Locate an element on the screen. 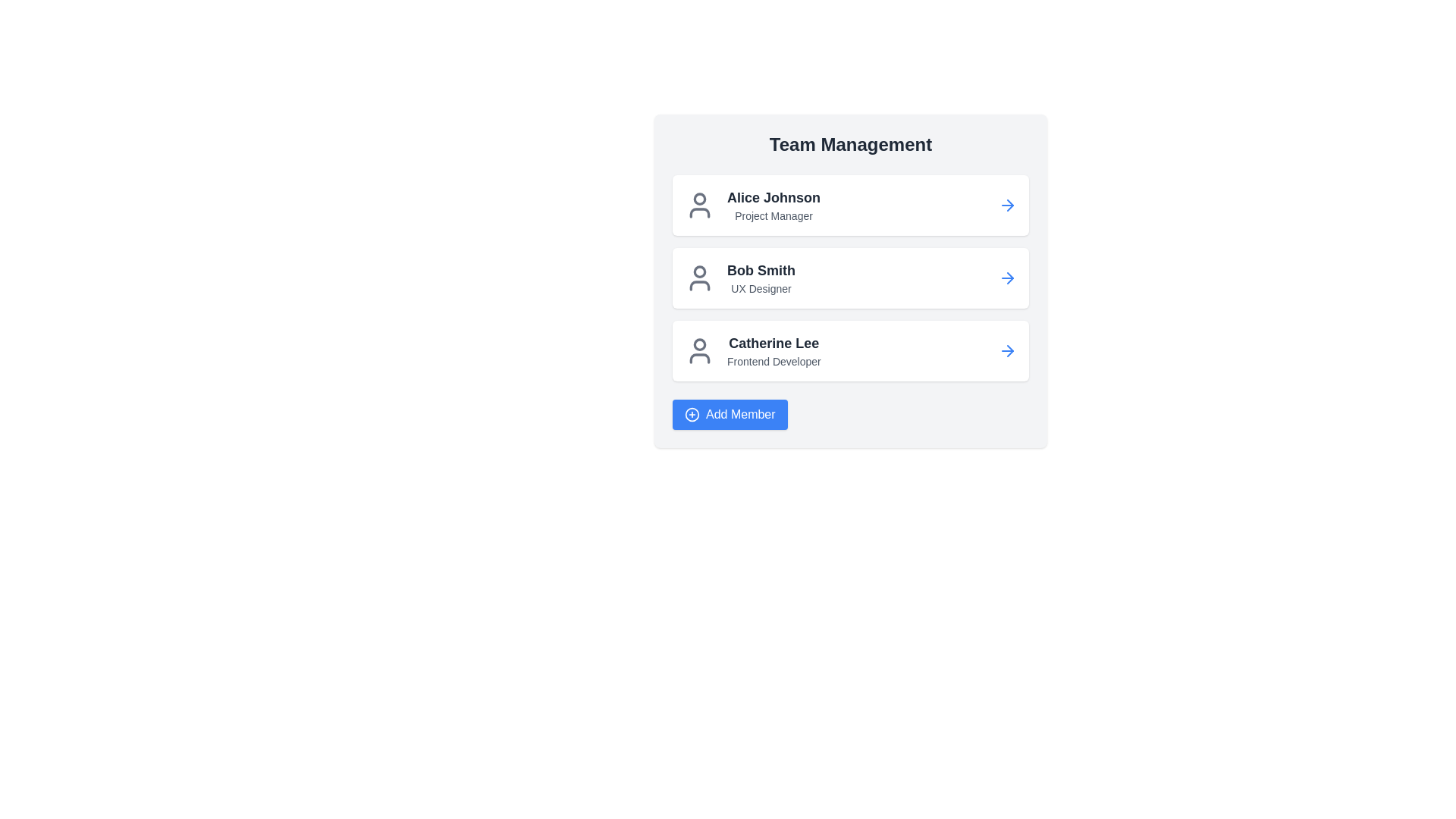 The image size is (1456, 819). the text label that describes the role of user 'Alice Johnson' as a Project Manager, located in the second row of the 'Team Management' section is located at coordinates (773, 216).